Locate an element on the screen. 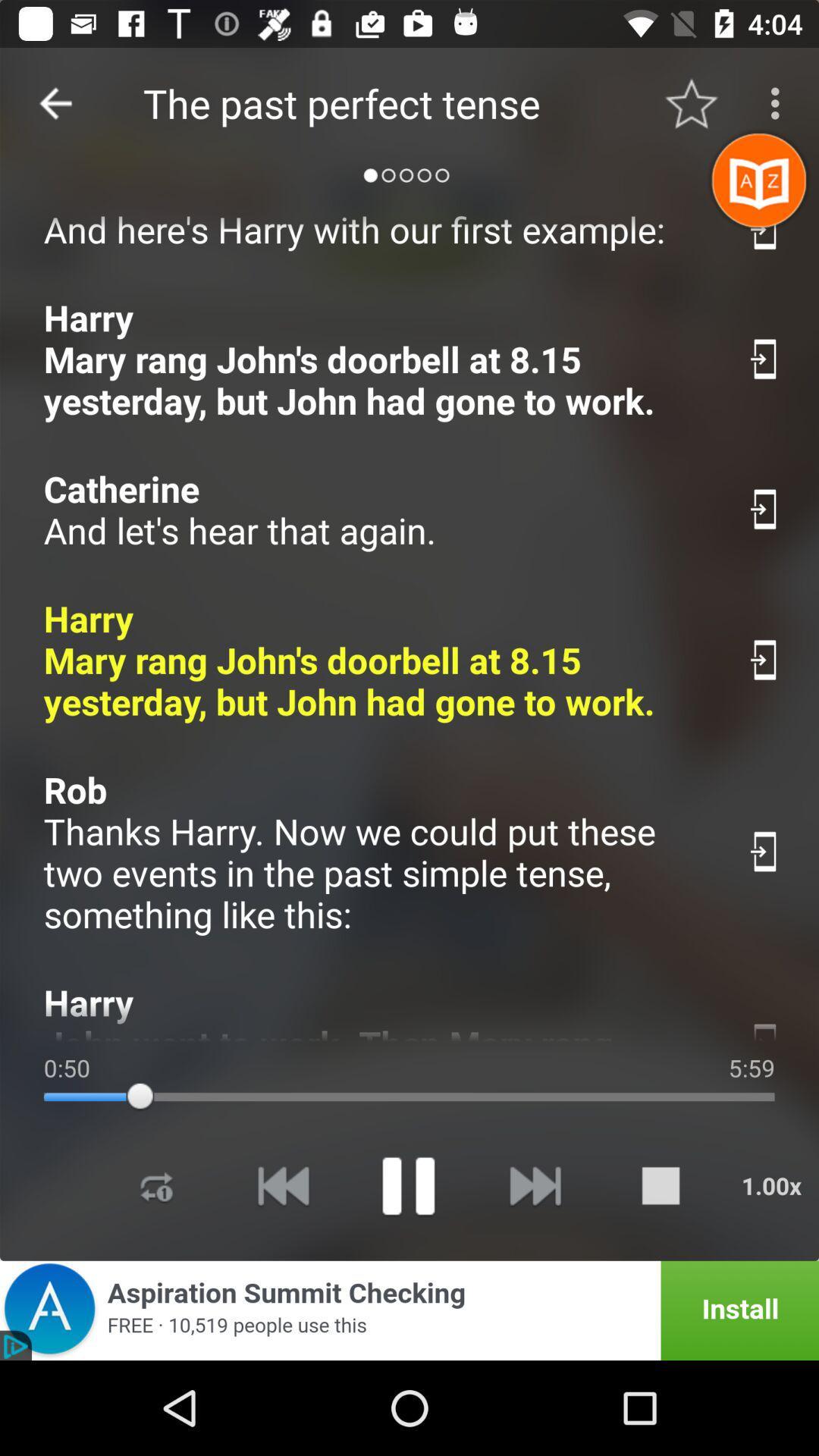 Image resolution: width=819 pixels, height=1456 pixels. pauses media is located at coordinates (407, 1185).